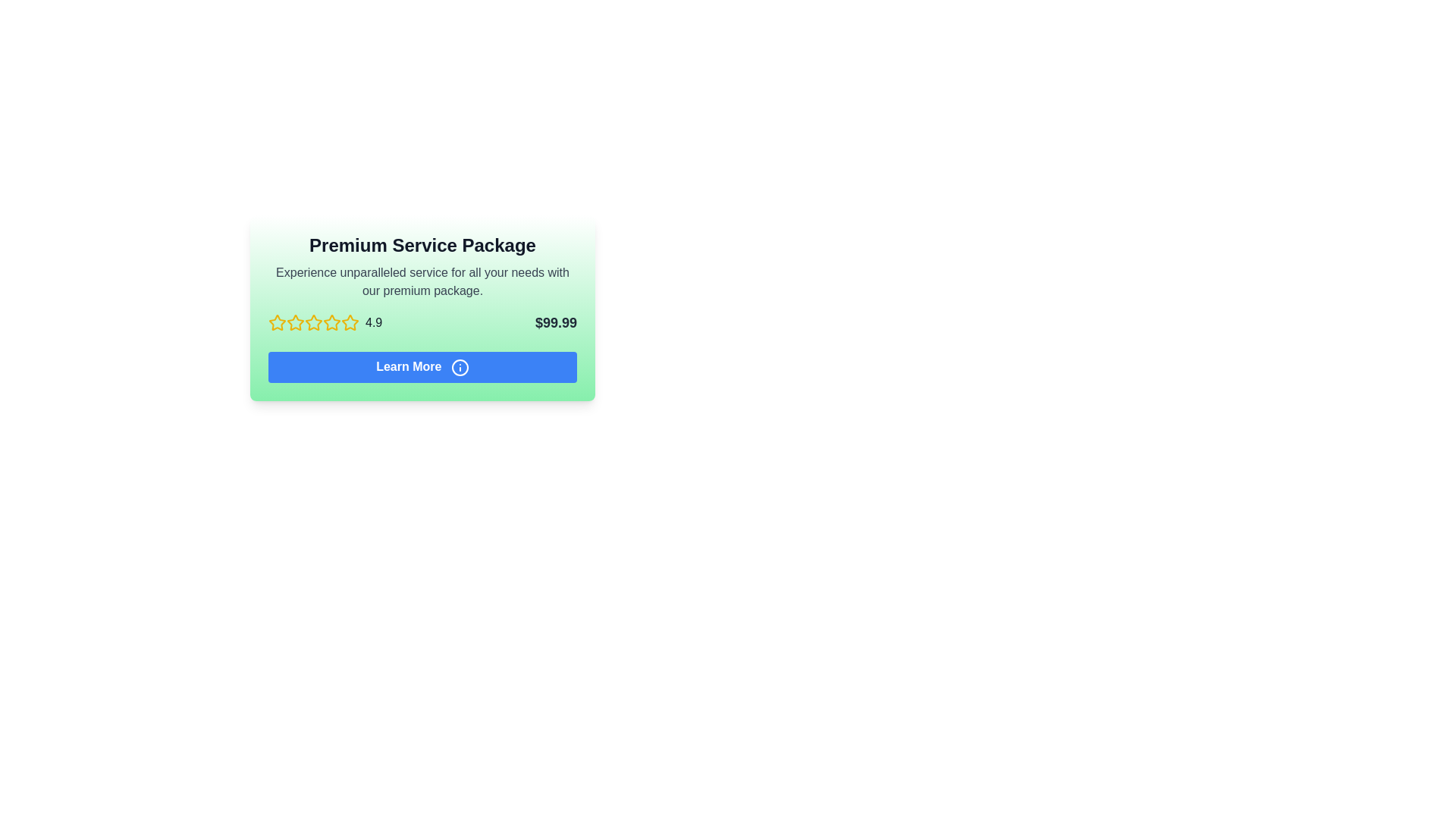 The height and width of the screenshot is (819, 1456). I want to click on the first star icon in the rating system located at the lower portion of the Premium Service Package card, so click(277, 322).